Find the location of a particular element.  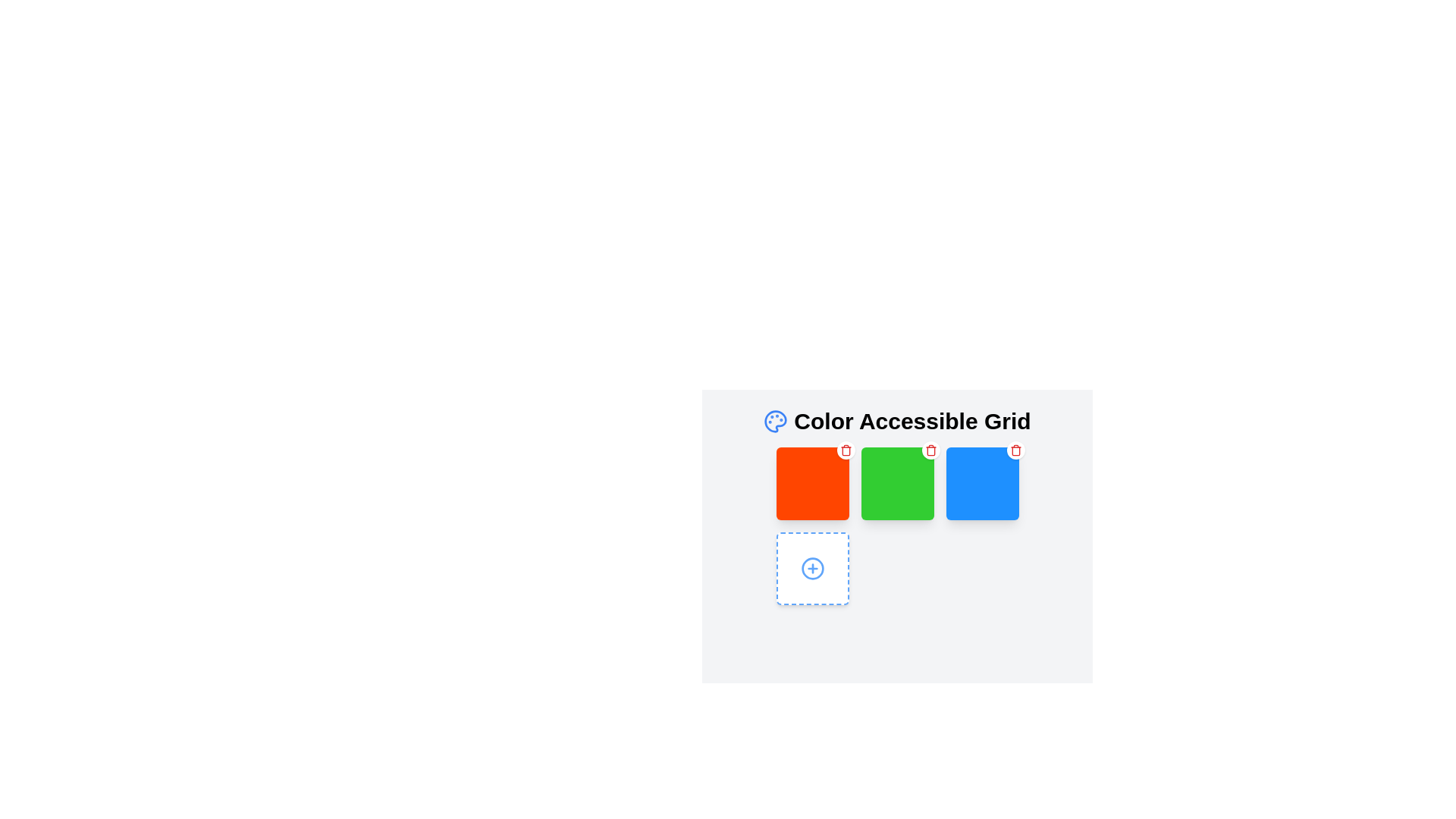

the interactive button in the second row and first column of the grid below the 'Color Accessible Grid' title is located at coordinates (811, 568).